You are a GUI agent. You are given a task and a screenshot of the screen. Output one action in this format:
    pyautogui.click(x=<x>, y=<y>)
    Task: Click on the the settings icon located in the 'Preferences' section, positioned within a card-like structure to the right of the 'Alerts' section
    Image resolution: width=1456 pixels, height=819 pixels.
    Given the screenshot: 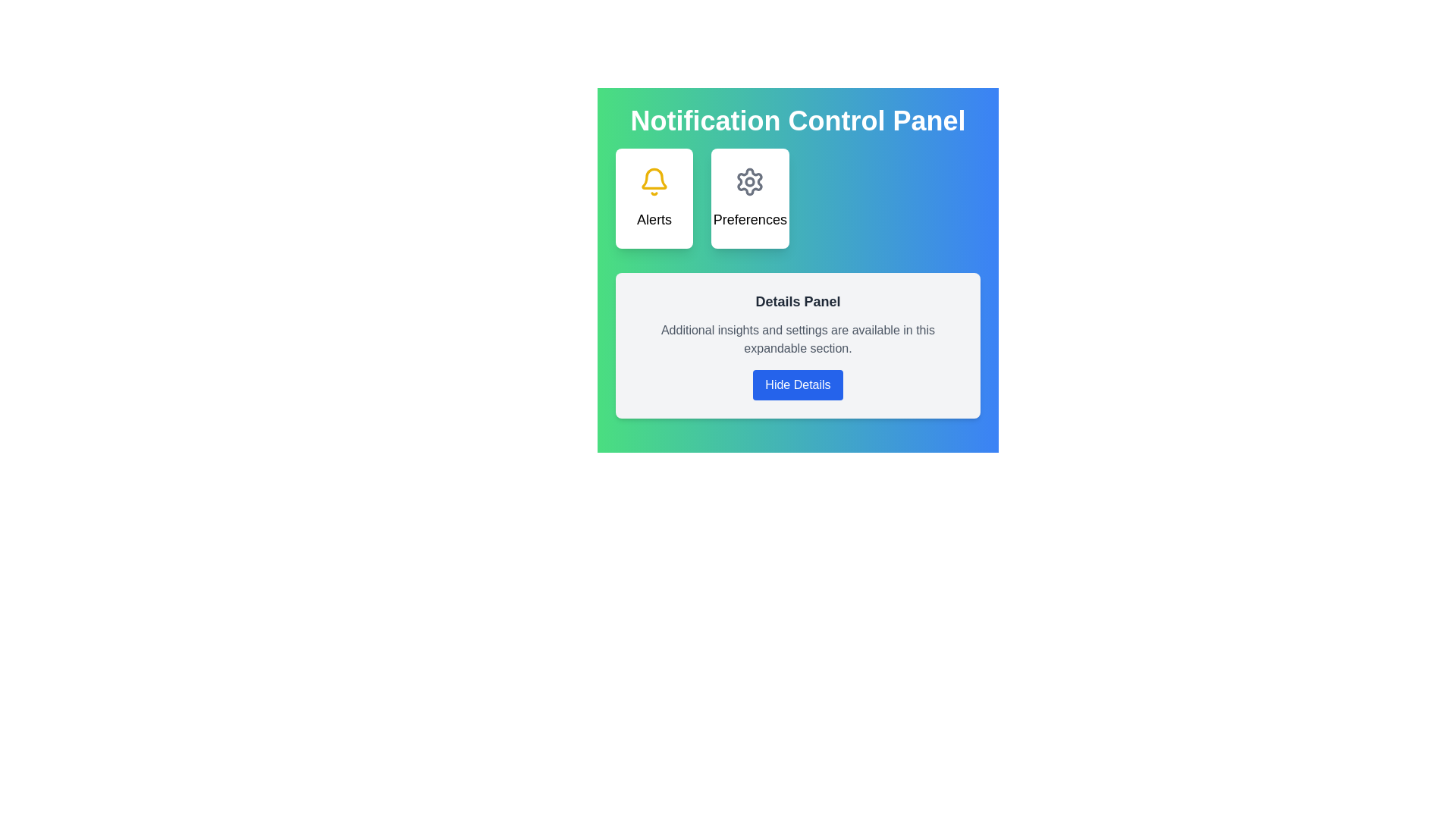 What is the action you would take?
    pyautogui.click(x=750, y=180)
    